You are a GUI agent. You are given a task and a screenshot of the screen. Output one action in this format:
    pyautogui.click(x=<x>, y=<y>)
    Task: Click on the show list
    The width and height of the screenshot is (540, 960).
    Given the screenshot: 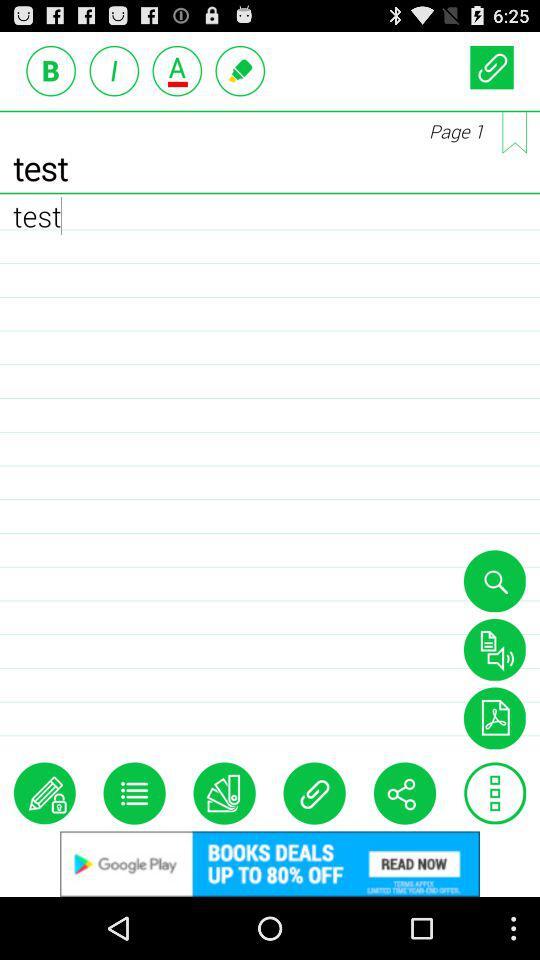 What is the action you would take?
    pyautogui.click(x=134, y=793)
    